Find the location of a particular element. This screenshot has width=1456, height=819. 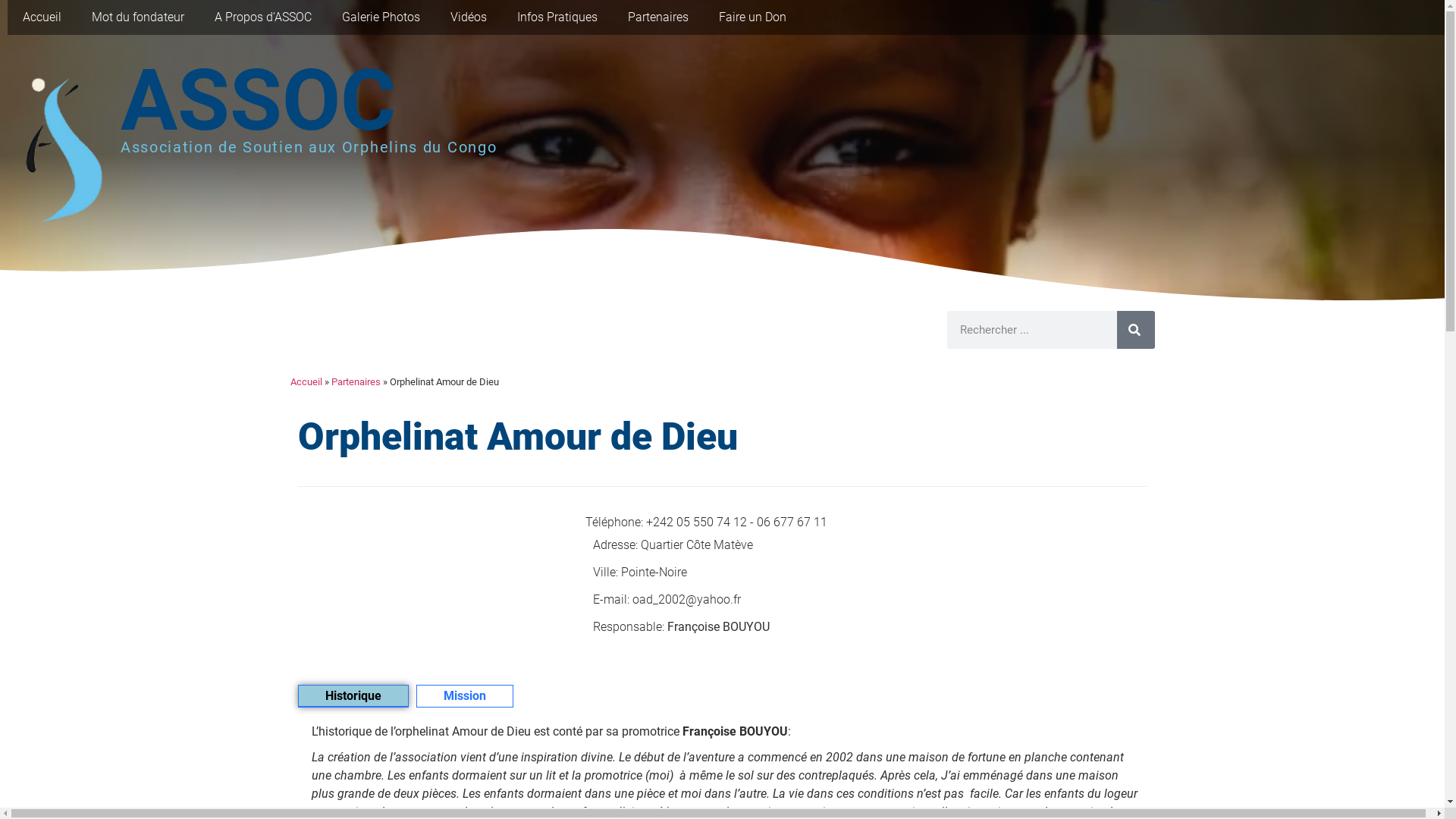

'Galerie Photos' is located at coordinates (381, 17).